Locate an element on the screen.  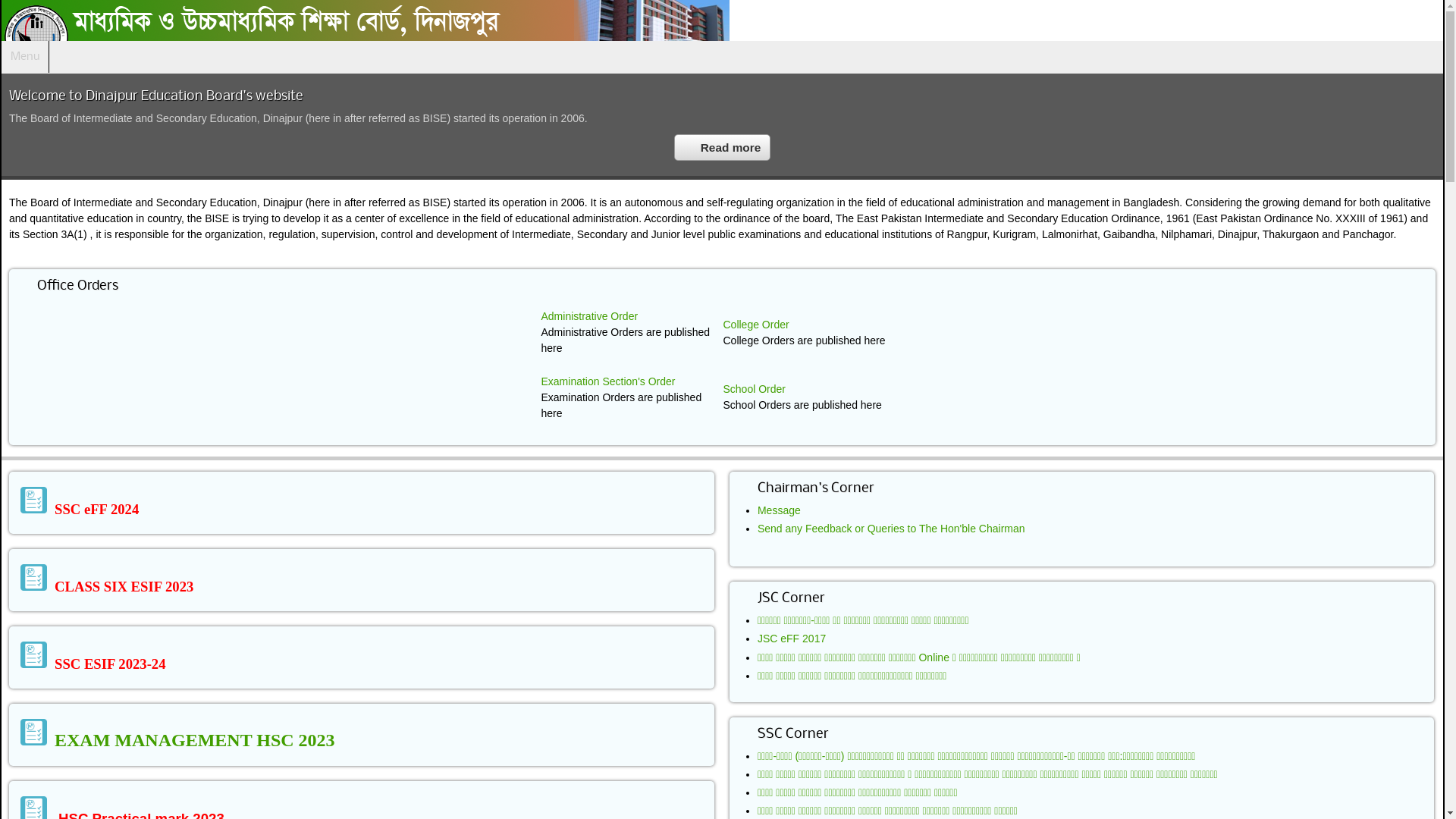
'JSC eFF 2017' is located at coordinates (757, 638).